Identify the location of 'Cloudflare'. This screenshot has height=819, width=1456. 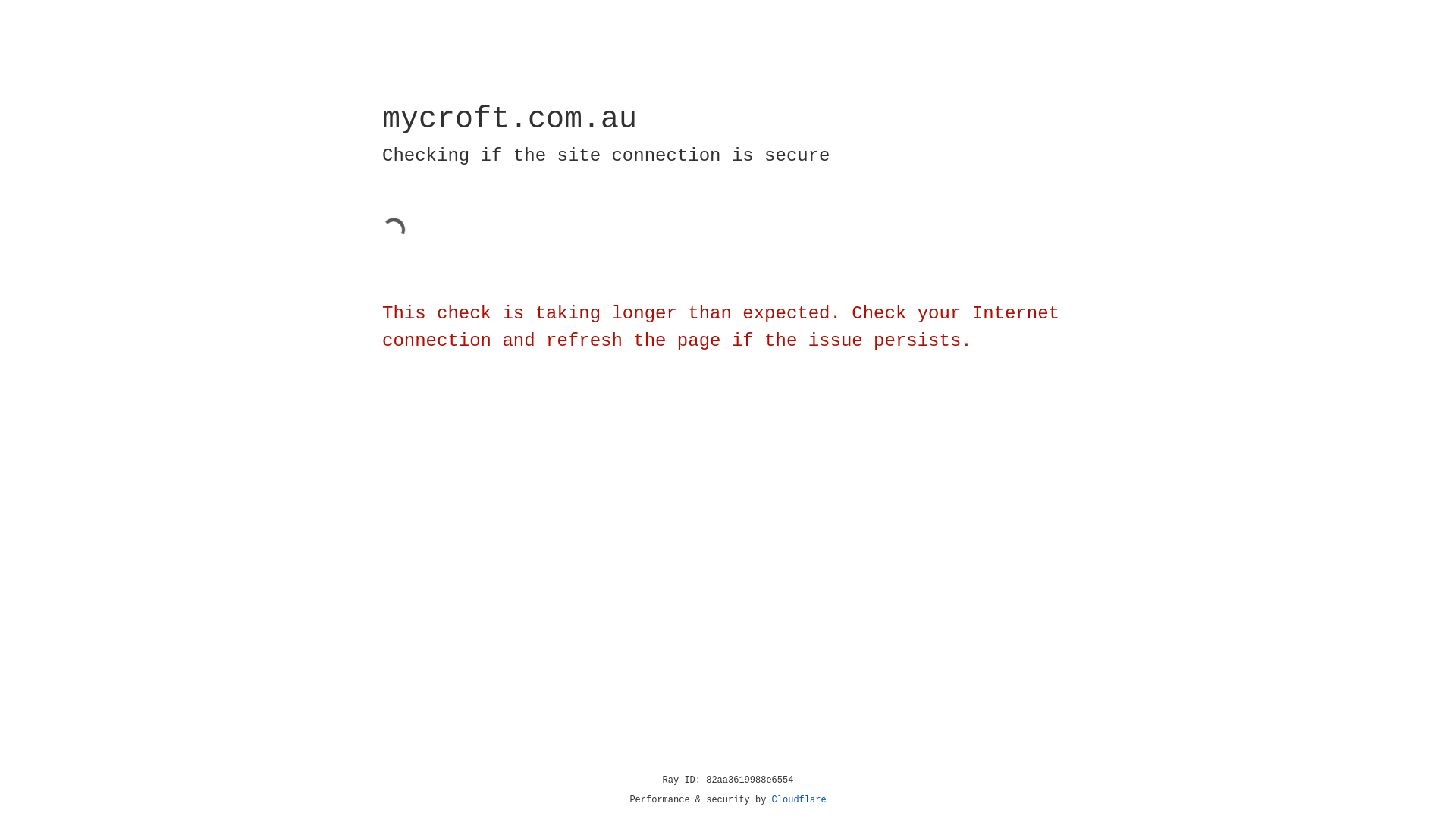
(799, 799).